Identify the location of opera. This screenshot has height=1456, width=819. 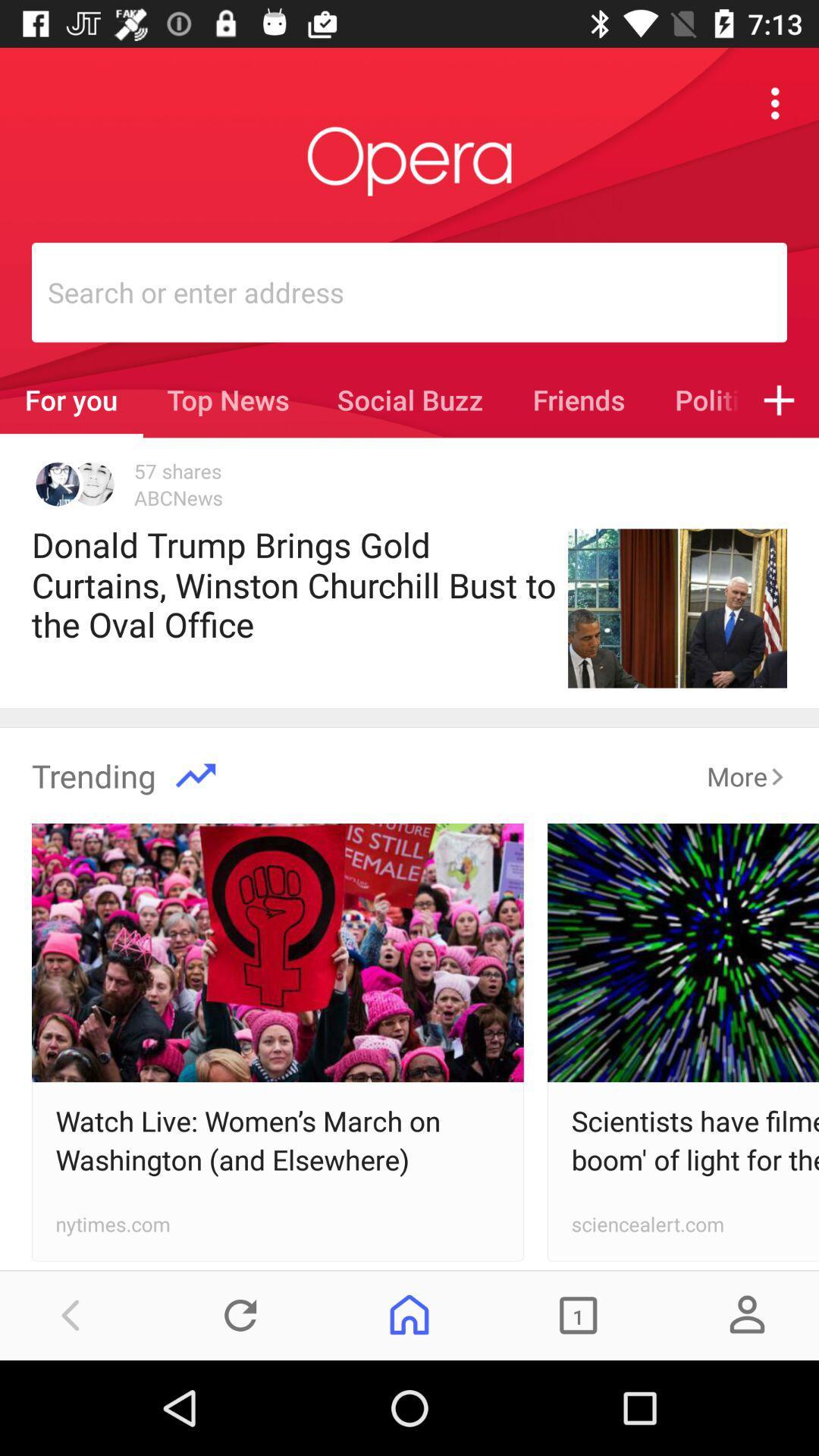
(409, 162).